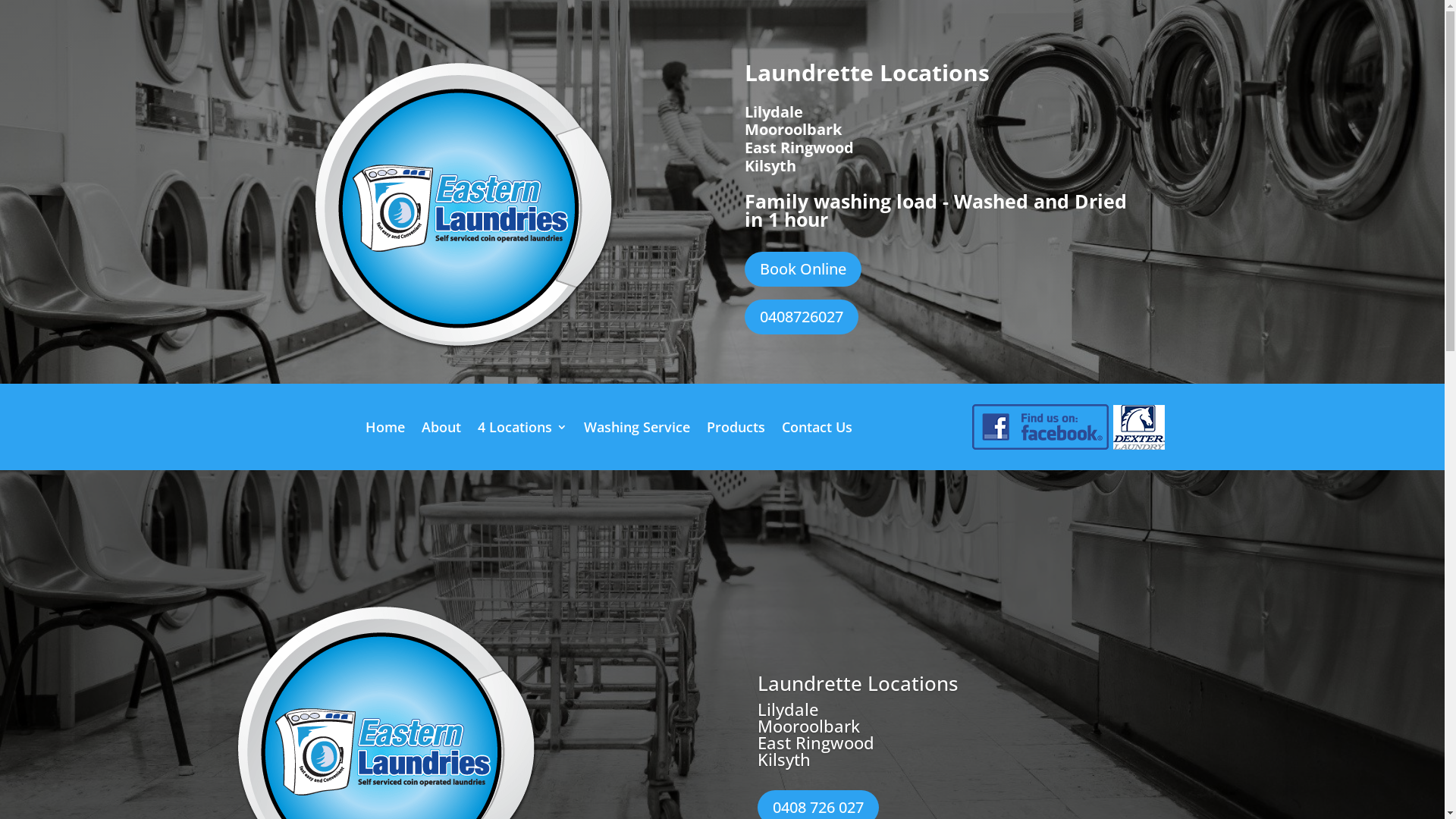 The height and width of the screenshot is (819, 1456). What do you see at coordinates (802, 268) in the screenshot?
I see `'Book Online'` at bounding box center [802, 268].